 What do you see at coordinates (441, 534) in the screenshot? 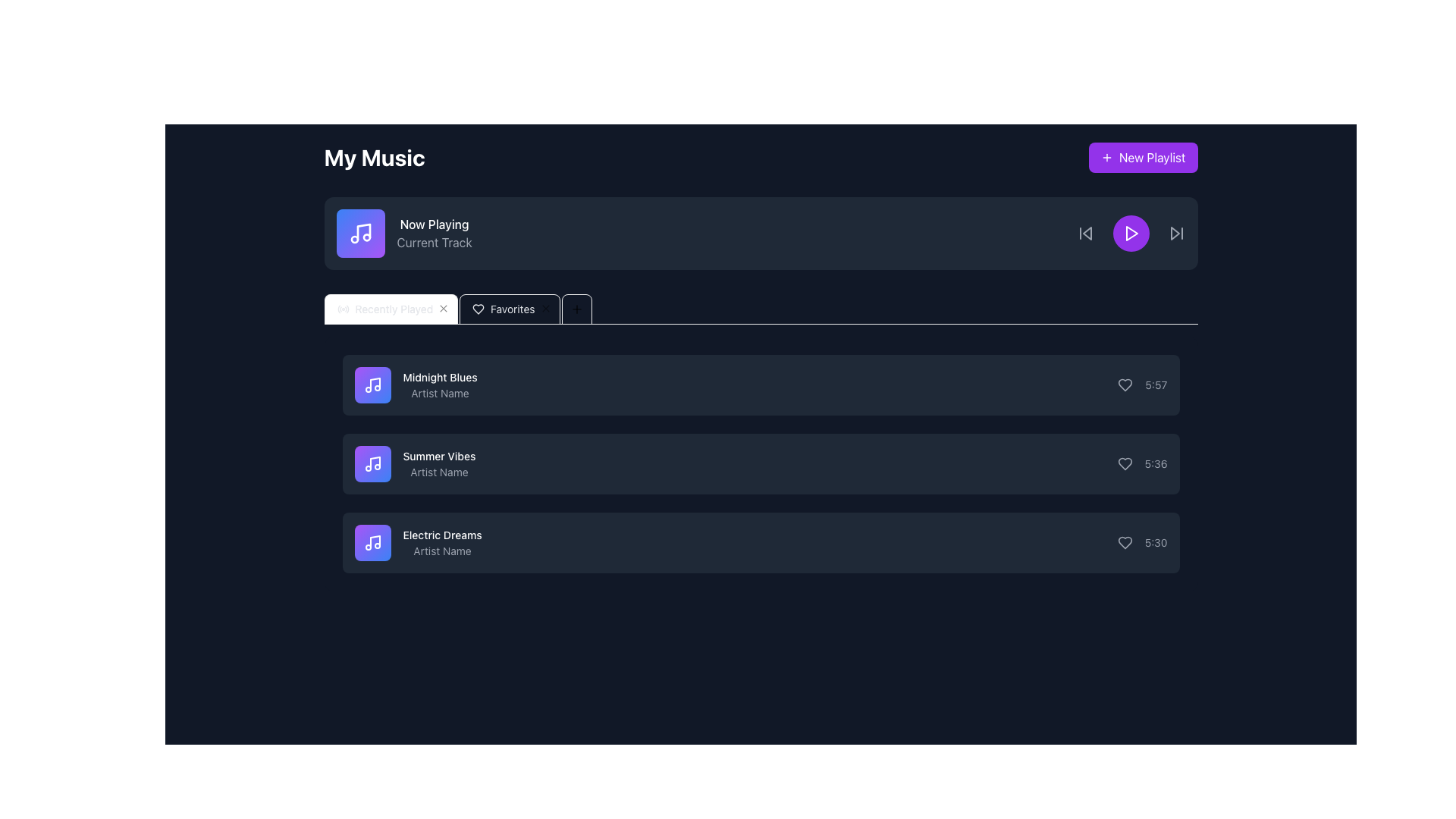
I see `the 'Electric Dreams' text label, which is displayed in white against a dark background, positioned above 'Artist Name' in a vertical music list` at bounding box center [441, 534].